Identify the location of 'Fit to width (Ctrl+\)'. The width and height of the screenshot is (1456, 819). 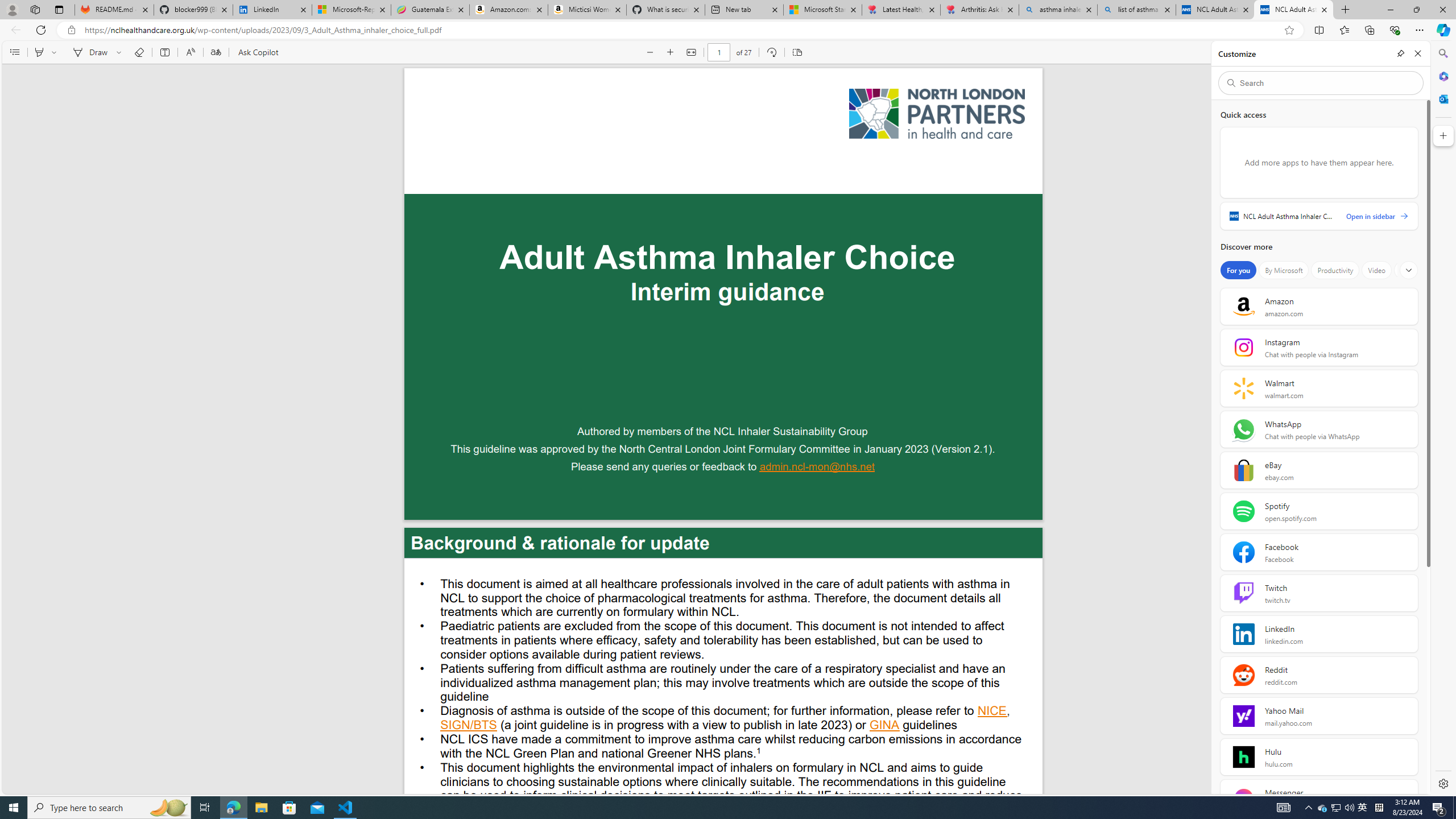
(691, 52).